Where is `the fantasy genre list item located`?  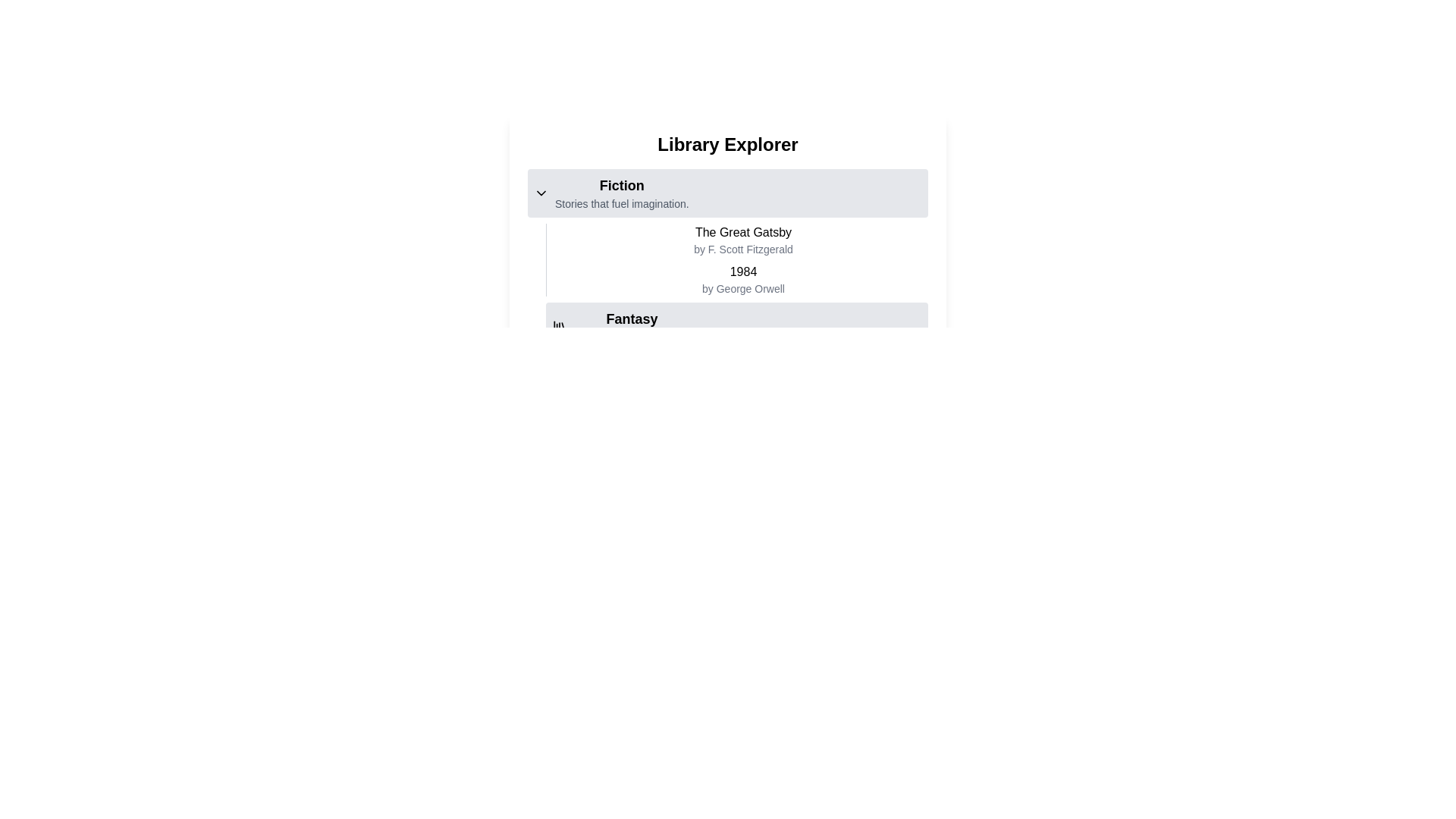
the fantasy genre list item located is located at coordinates (736, 326).